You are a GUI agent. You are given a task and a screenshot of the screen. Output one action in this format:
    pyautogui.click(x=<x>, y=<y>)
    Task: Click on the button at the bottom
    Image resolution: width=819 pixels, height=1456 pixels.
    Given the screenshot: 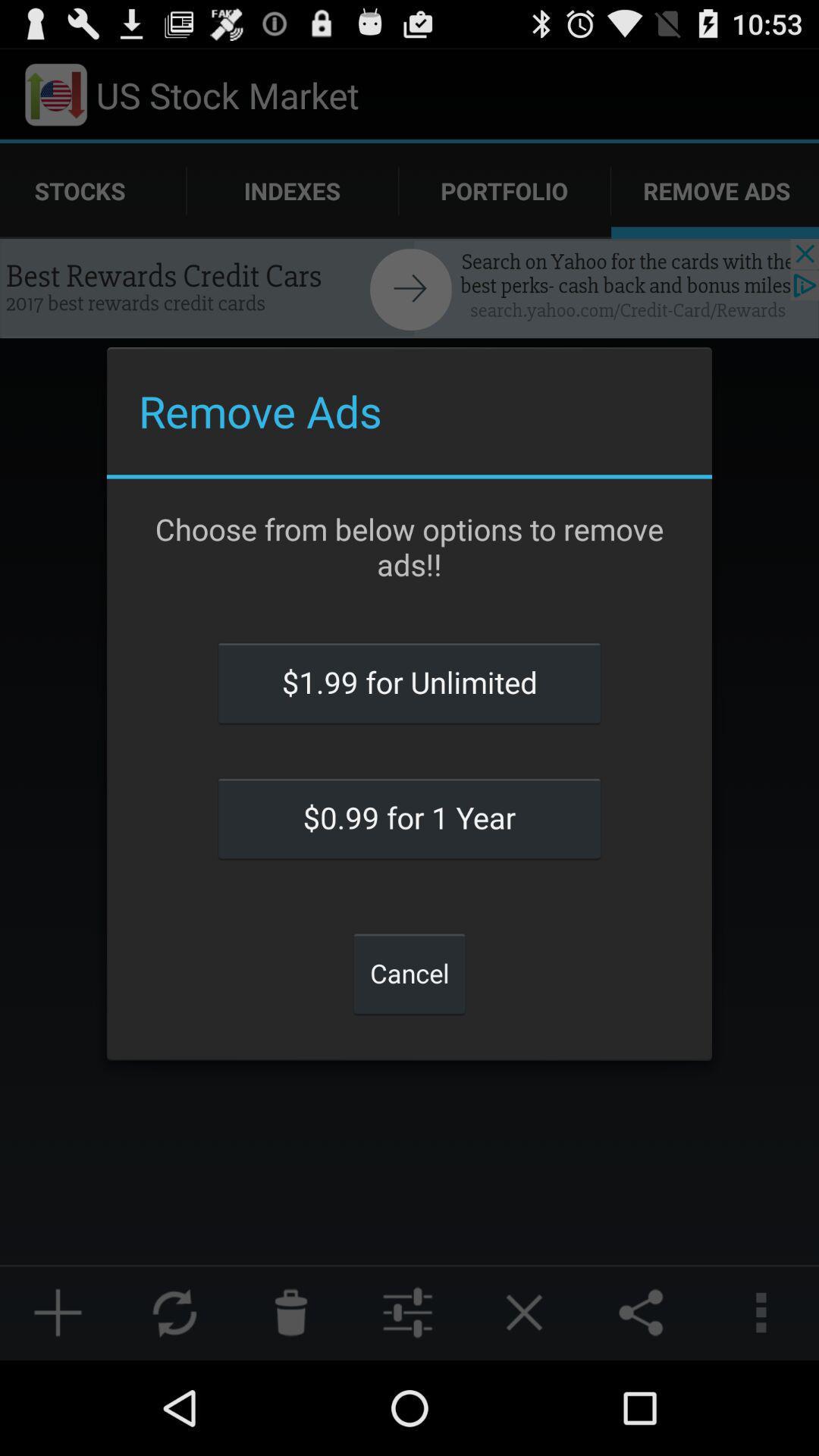 What is the action you would take?
    pyautogui.click(x=409, y=973)
    